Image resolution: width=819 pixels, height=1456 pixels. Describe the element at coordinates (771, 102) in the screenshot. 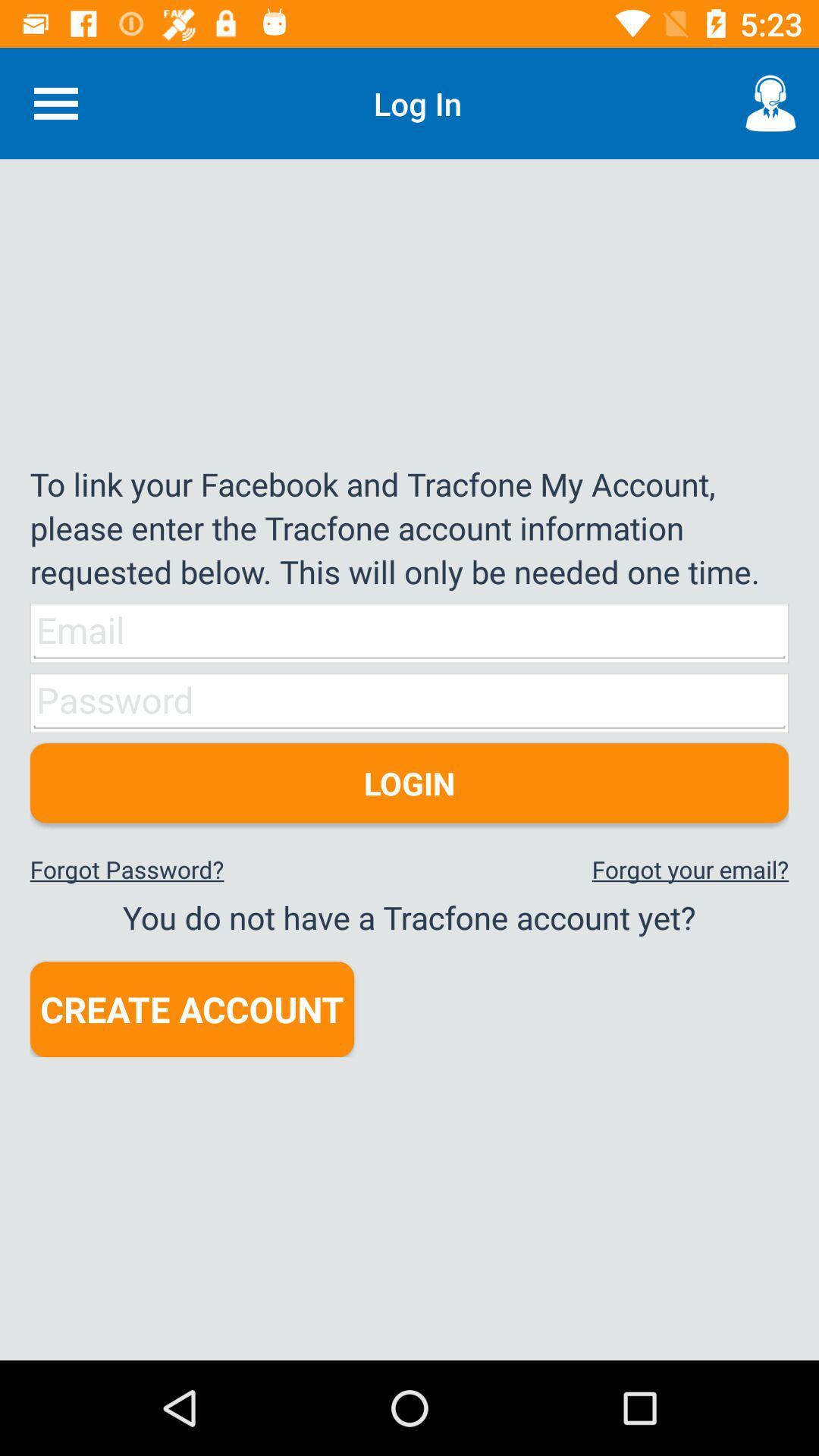

I see `the item above to link your item` at that location.